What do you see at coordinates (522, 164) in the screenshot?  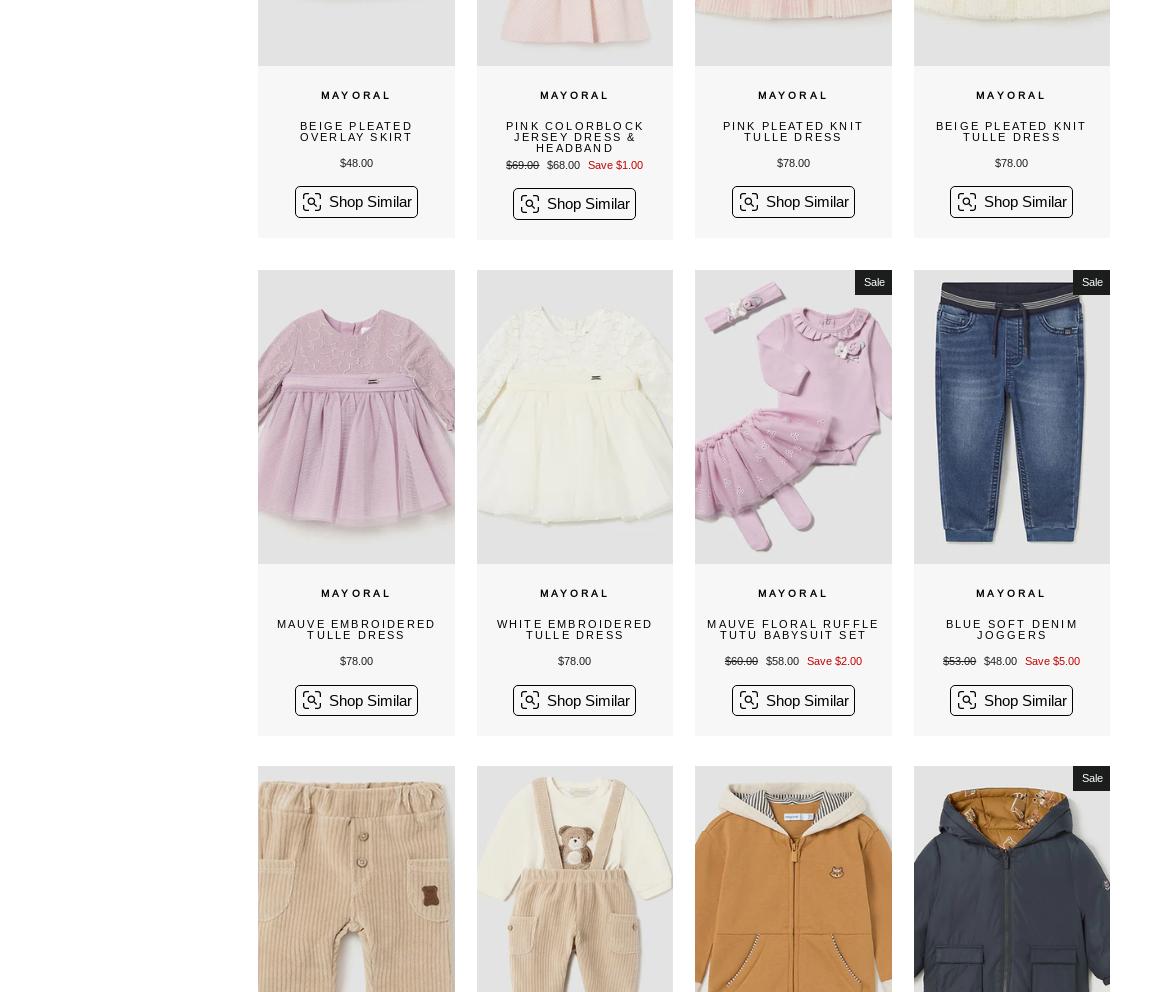 I see `'$69.00'` at bounding box center [522, 164].